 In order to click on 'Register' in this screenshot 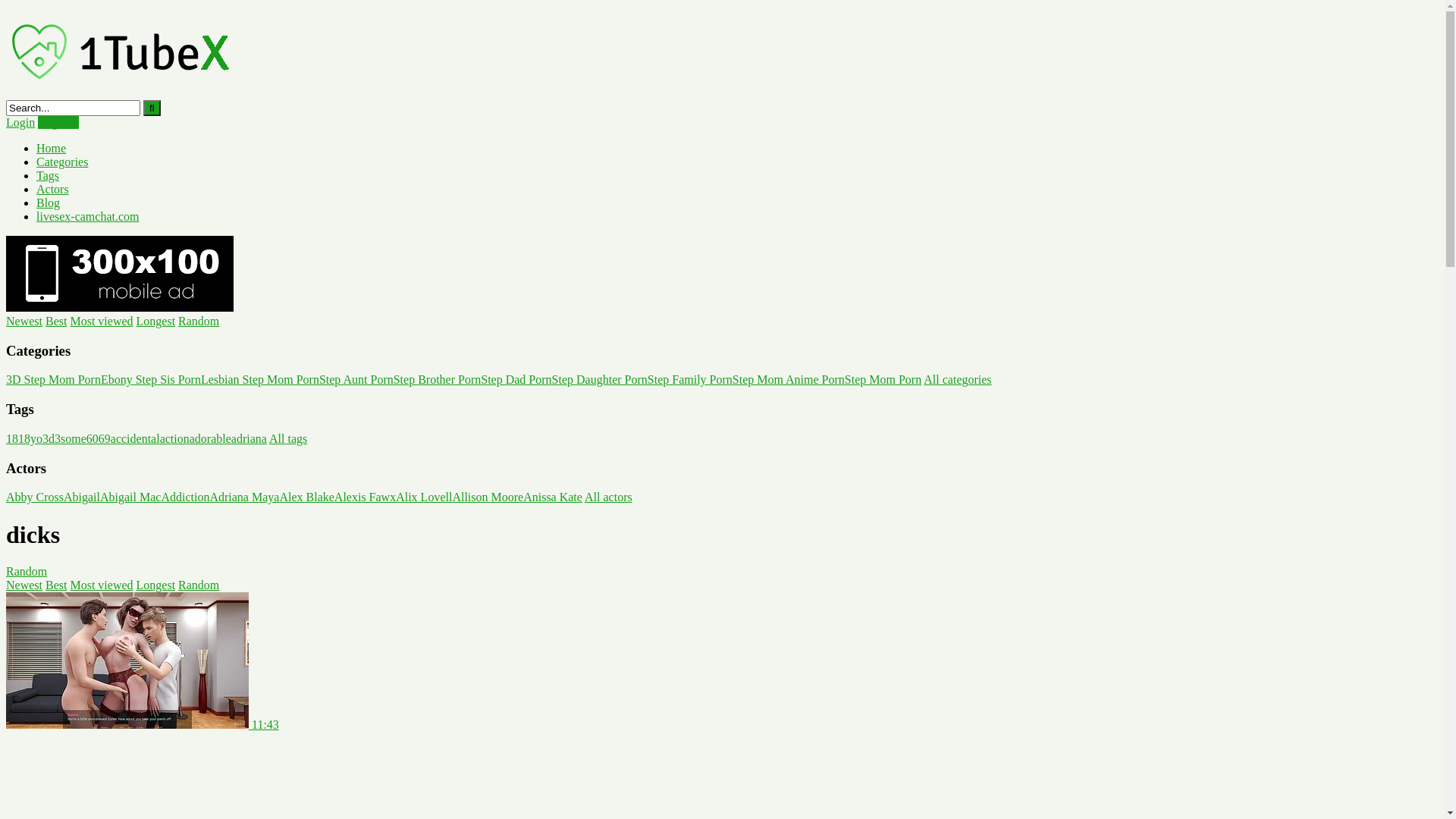, I will do `click(58, 121)`.